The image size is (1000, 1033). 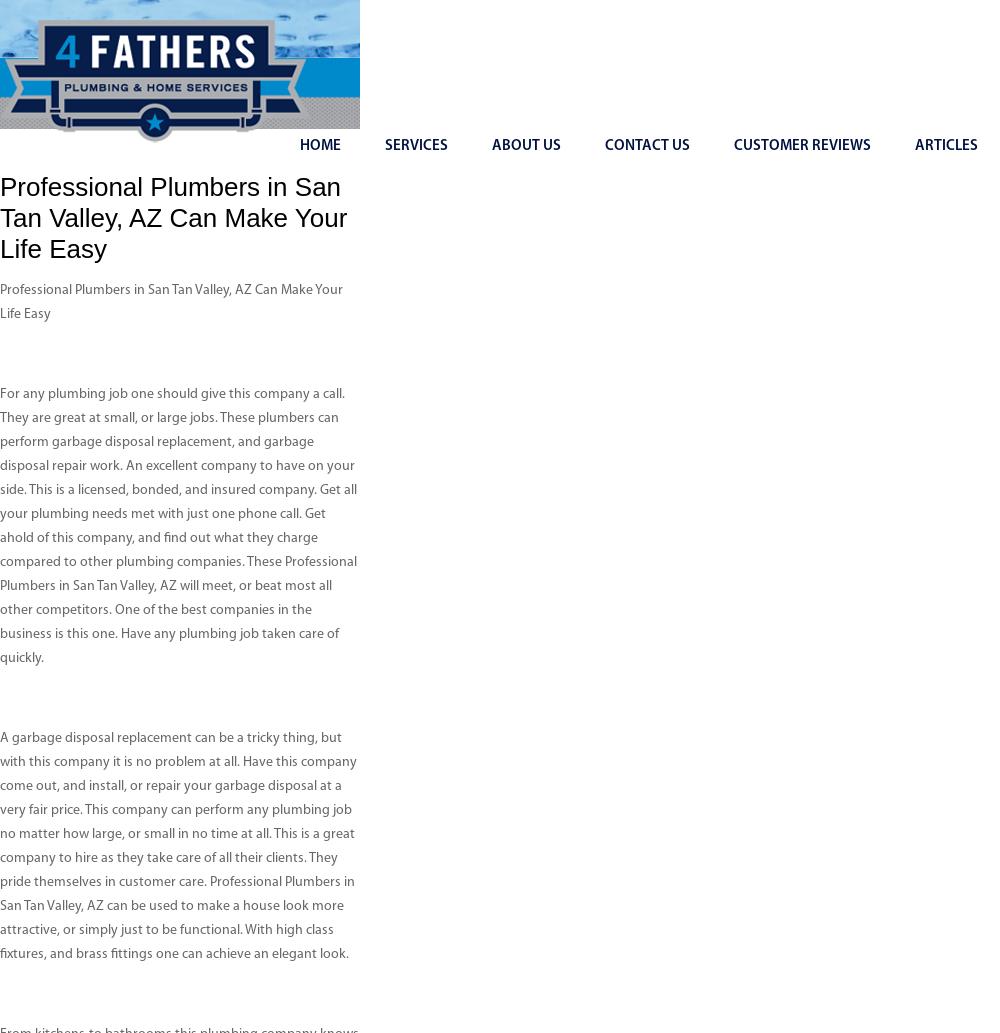 I want to click on 'About Us', so click(x=526, y=146).